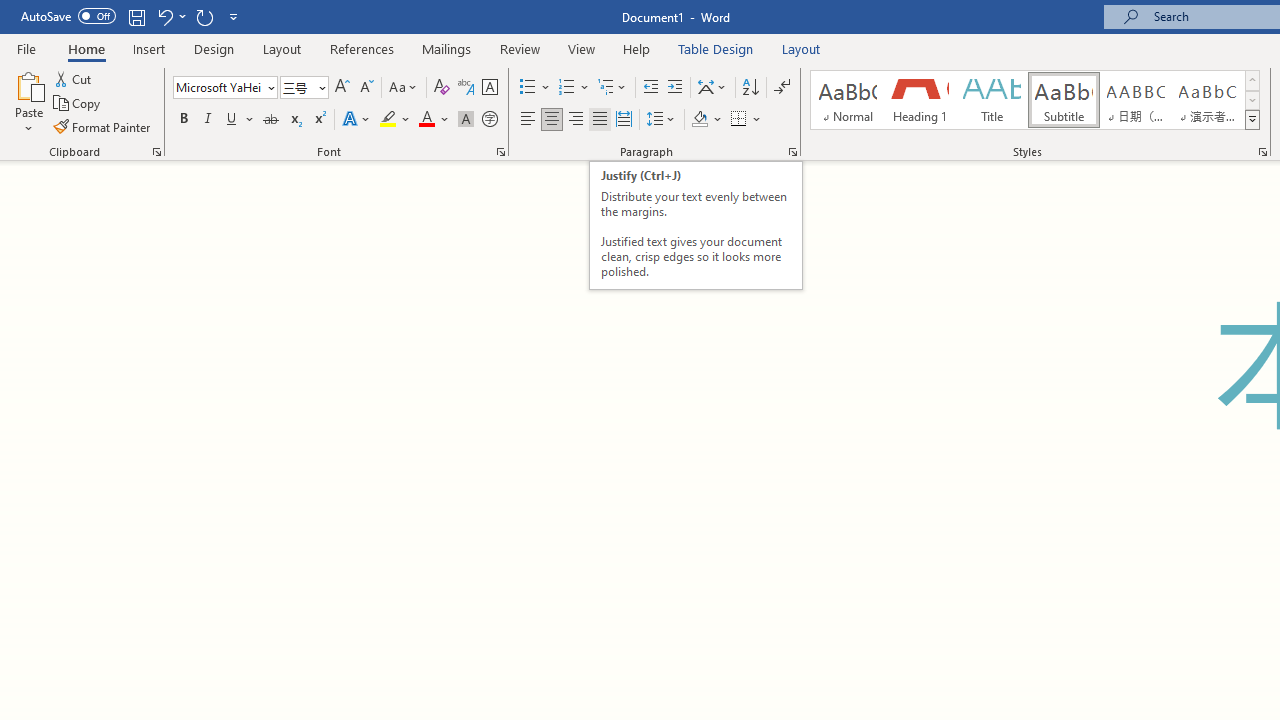 The height and width of the screenshot is (720, 1280). Describe the element at coordinates (528, 119) in the screenshot. I see `'Align Left'` at that location.